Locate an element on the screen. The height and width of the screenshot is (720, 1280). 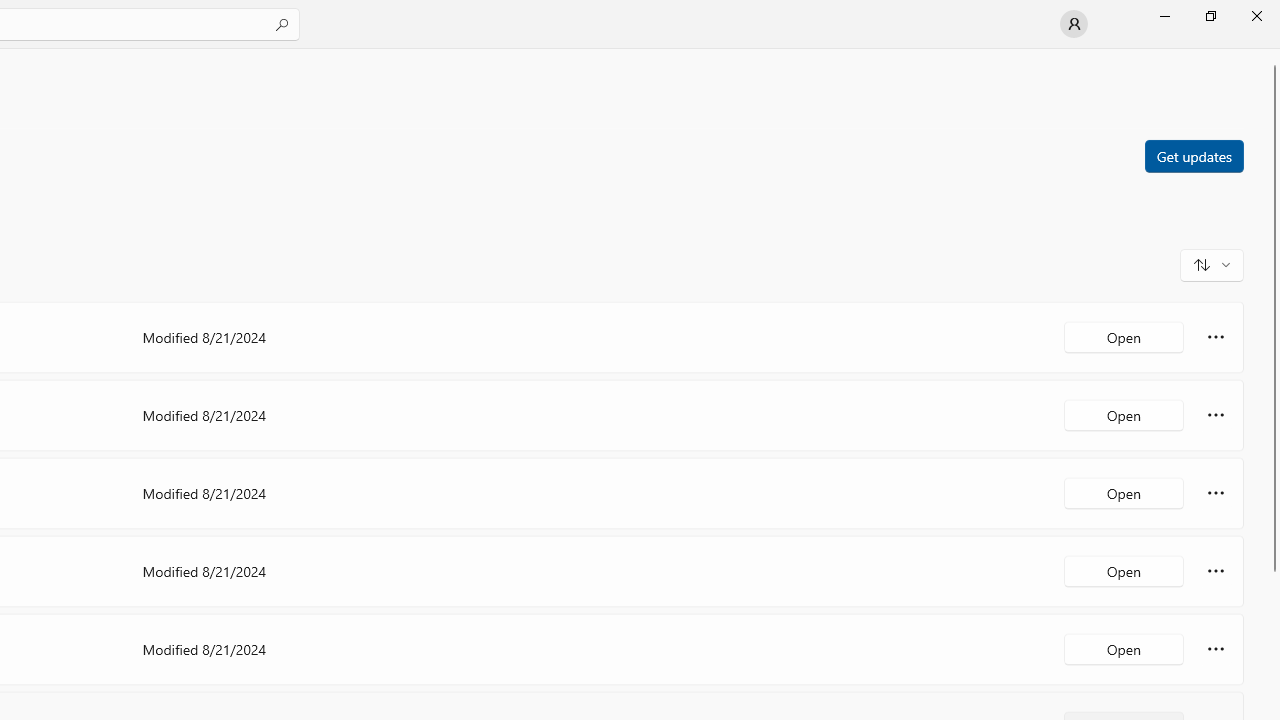
'Restore Microsoft Store' is located at coordinates (1209, 15).